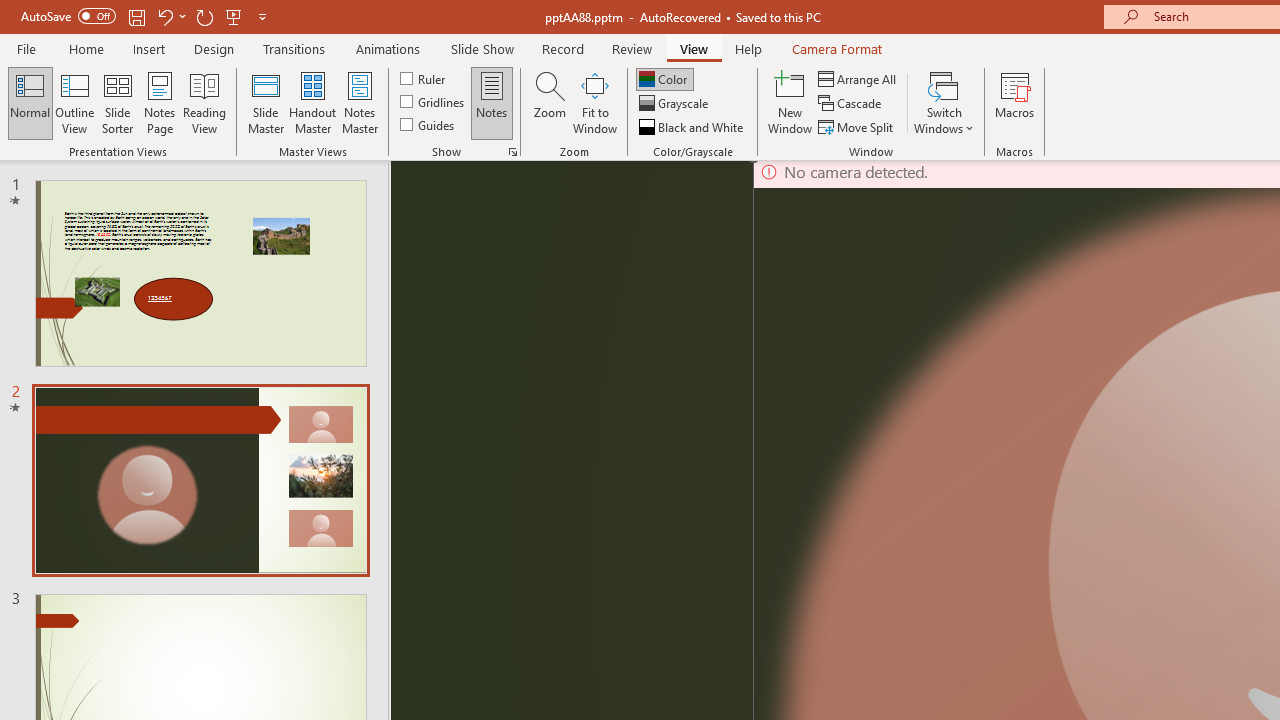  What do you see at coordinates (513, 150) in the screenshot?
I see `'Grid Settings...'` at bounding box center [513, 150].